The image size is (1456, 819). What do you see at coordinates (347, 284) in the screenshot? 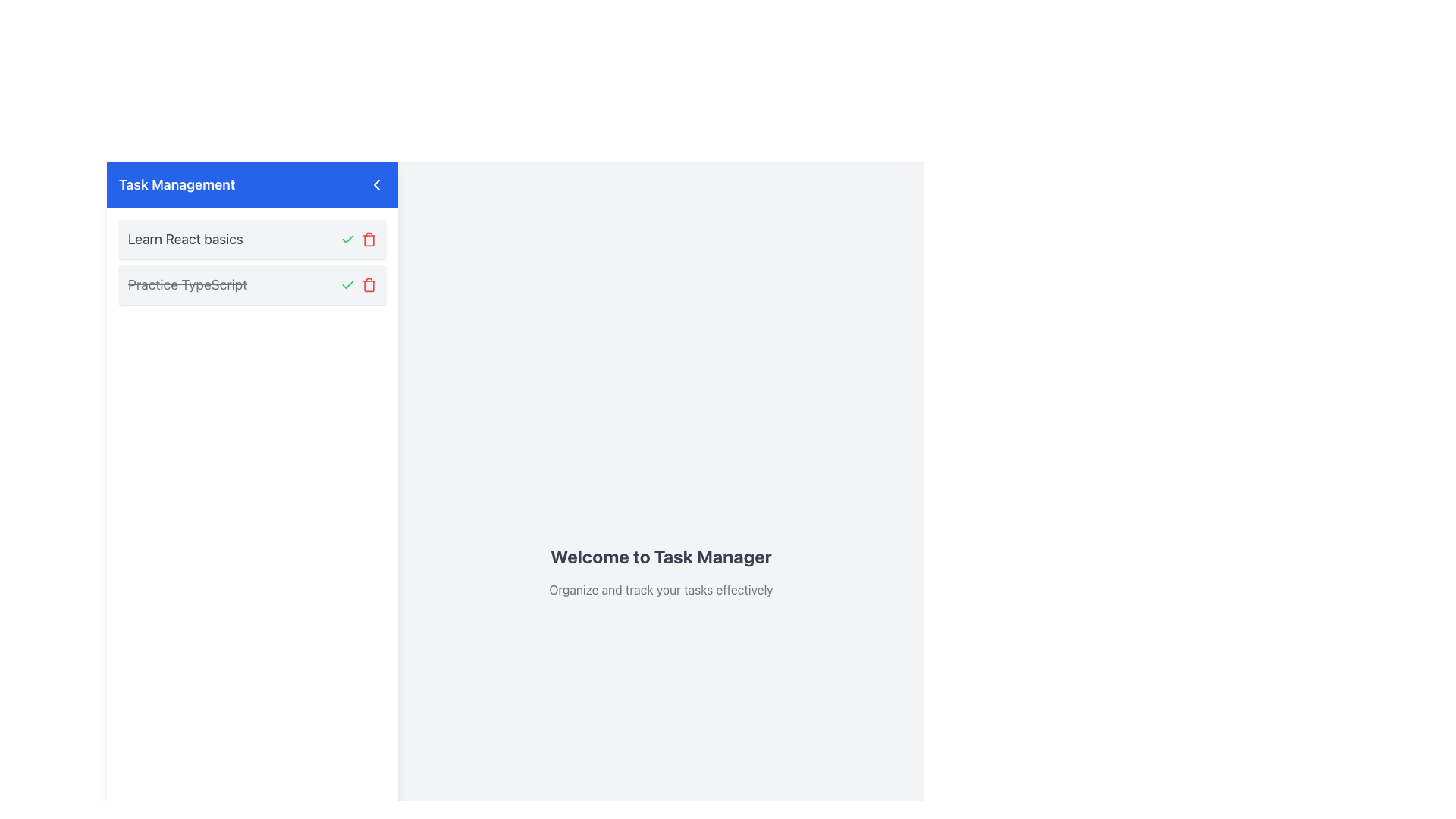
I see `the green checkmark button located to the right of the 'Practice TypeScript' task text in the second task row of the 'Task Management' section` at bounding box center [347, 284].